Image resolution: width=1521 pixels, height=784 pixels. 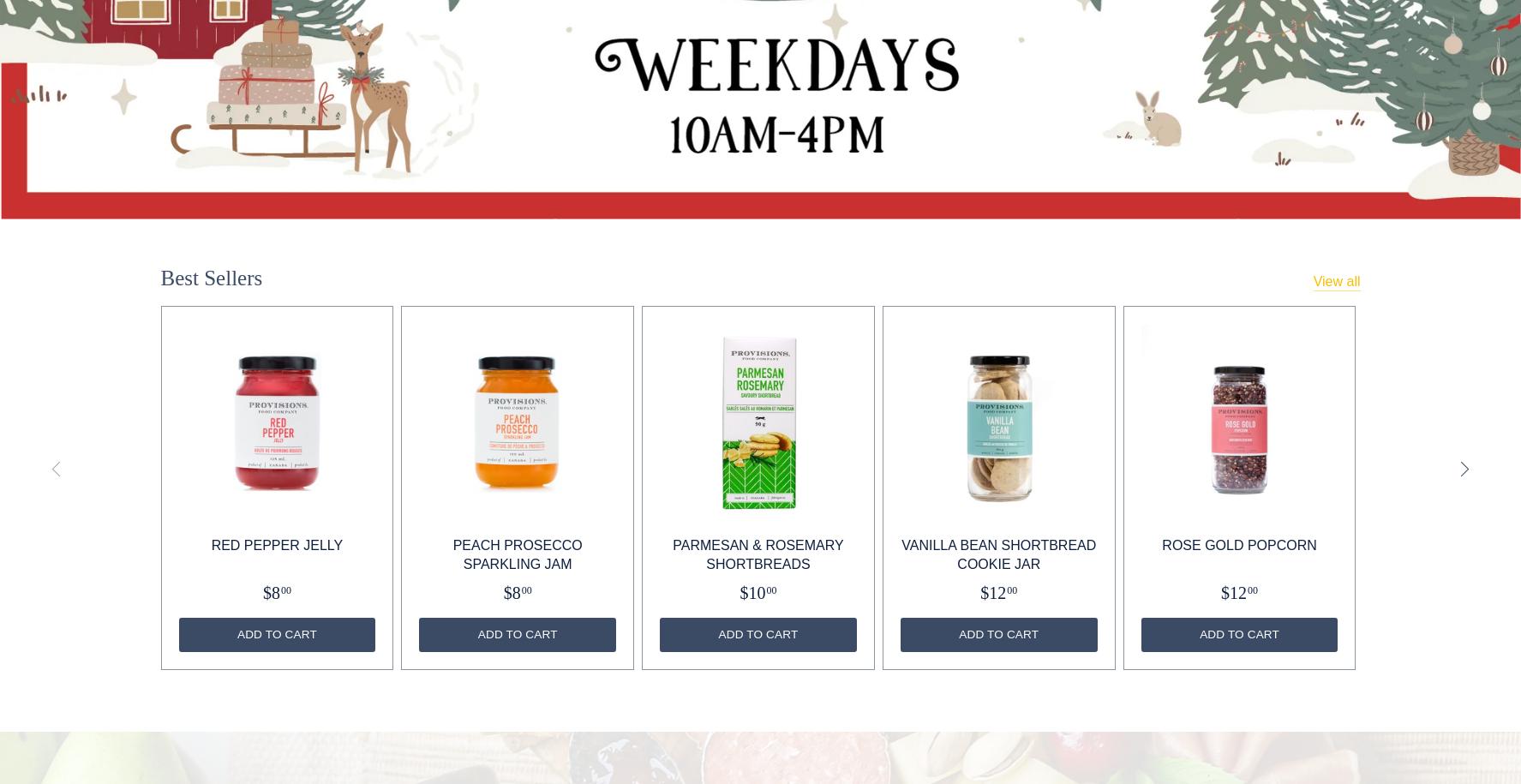 What do you see at coordinates (757, 554) in the screenshot?
I see `'PARMESAN & ROSEMARY SHORTBREADS'` at bounding box center [757, 554].